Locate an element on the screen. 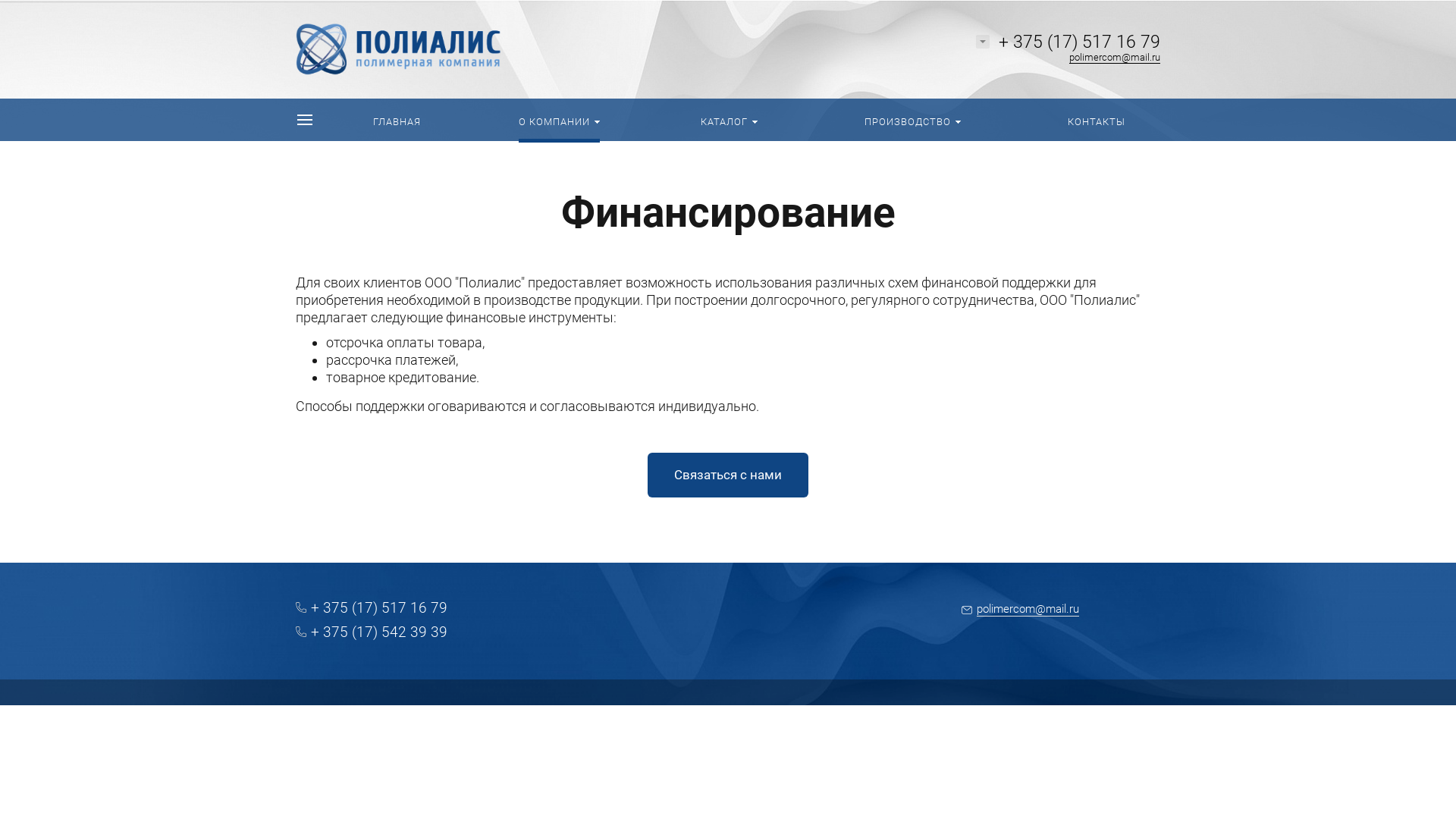 This screenshot has height=819, width=1456. 'polimercom@mail.ru' is located at coordinates (1114, 57).